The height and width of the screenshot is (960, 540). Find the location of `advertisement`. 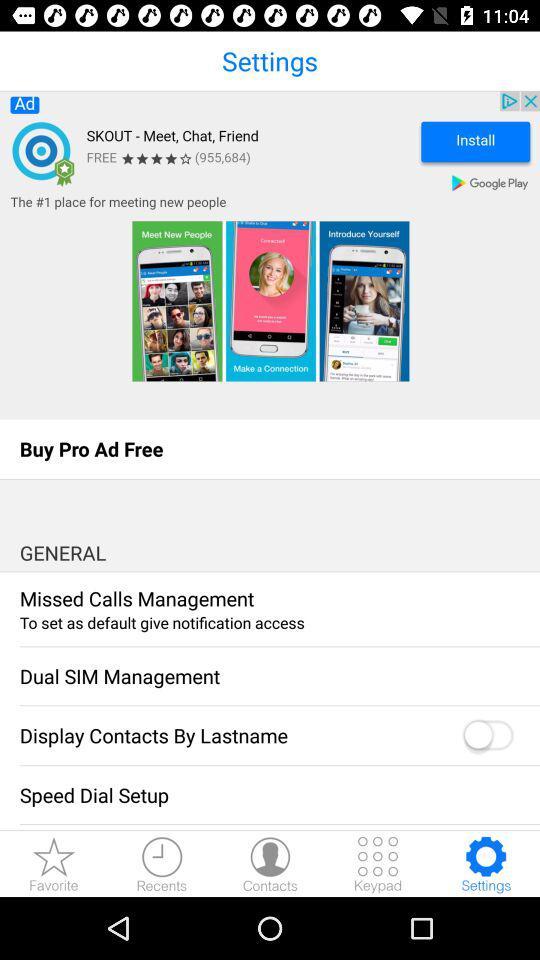

advertisement is located at coordinates (270, 254).